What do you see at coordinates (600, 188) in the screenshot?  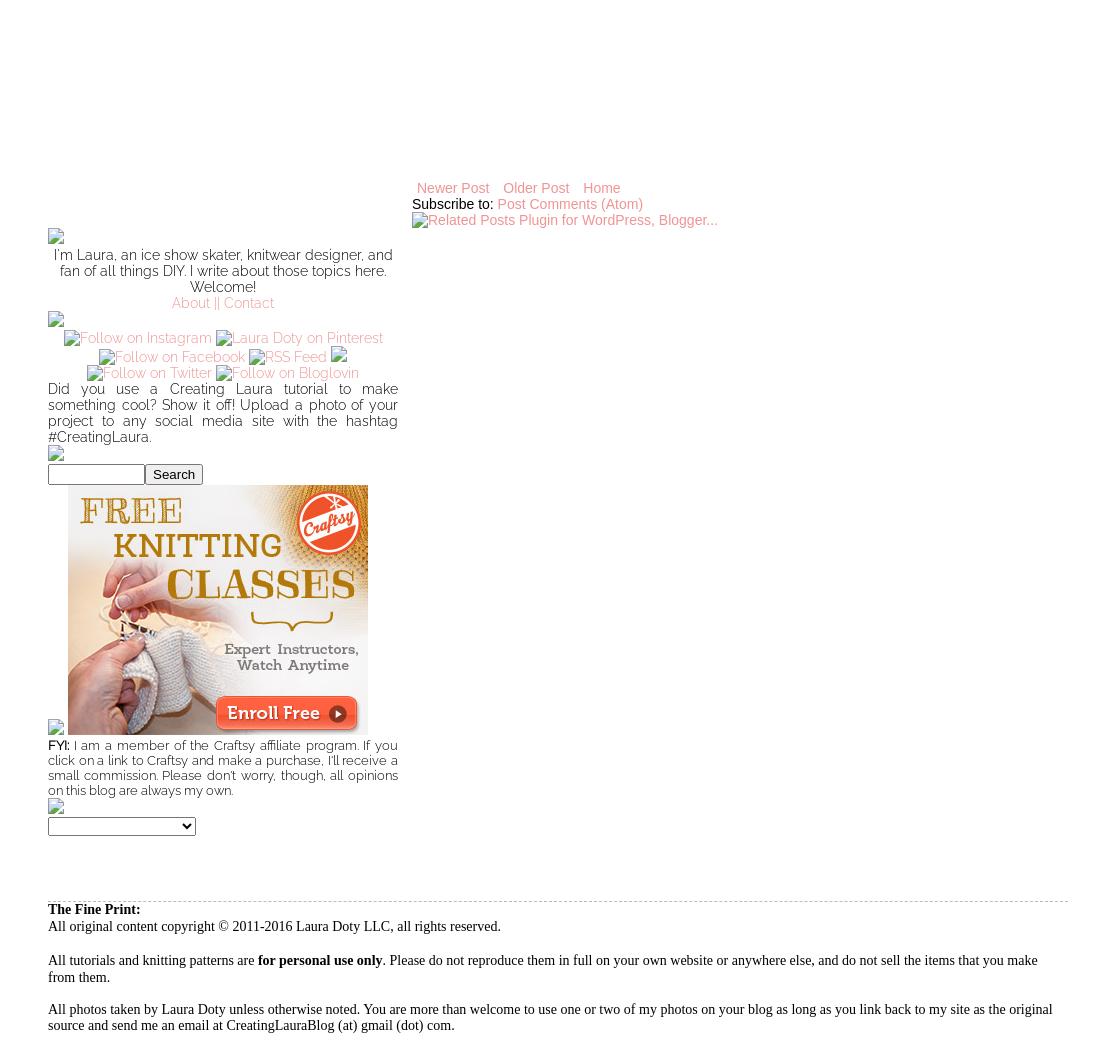 I see `'Home'` at bounding box center [600, 188].